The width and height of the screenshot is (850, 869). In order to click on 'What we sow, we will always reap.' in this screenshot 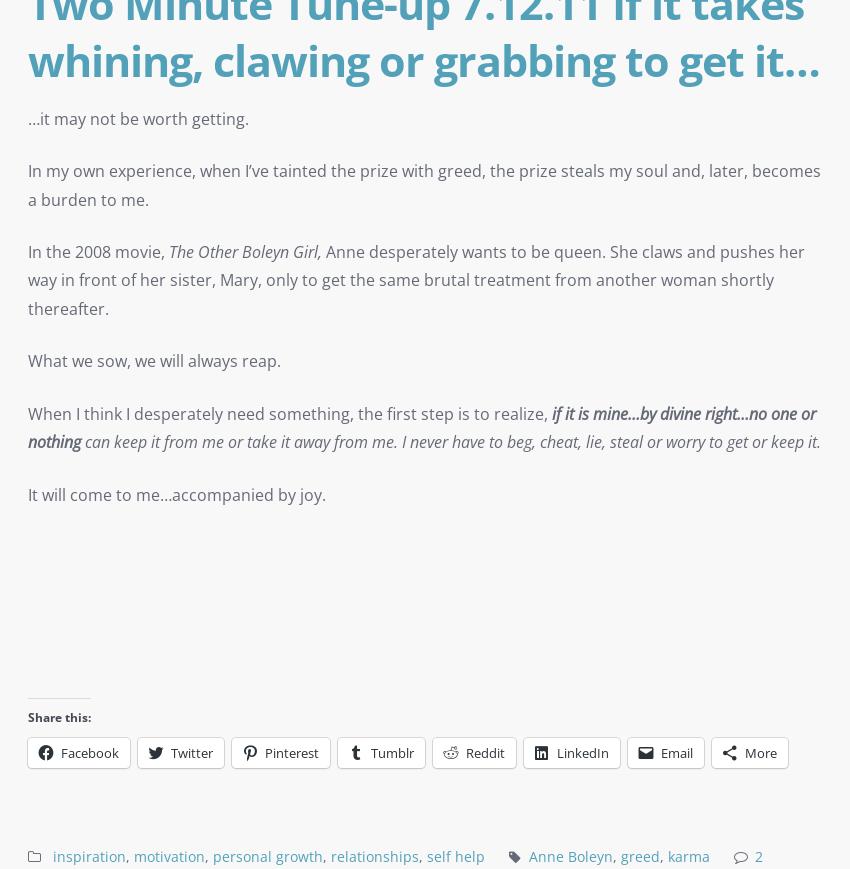, I will do `click(154, 359)`.